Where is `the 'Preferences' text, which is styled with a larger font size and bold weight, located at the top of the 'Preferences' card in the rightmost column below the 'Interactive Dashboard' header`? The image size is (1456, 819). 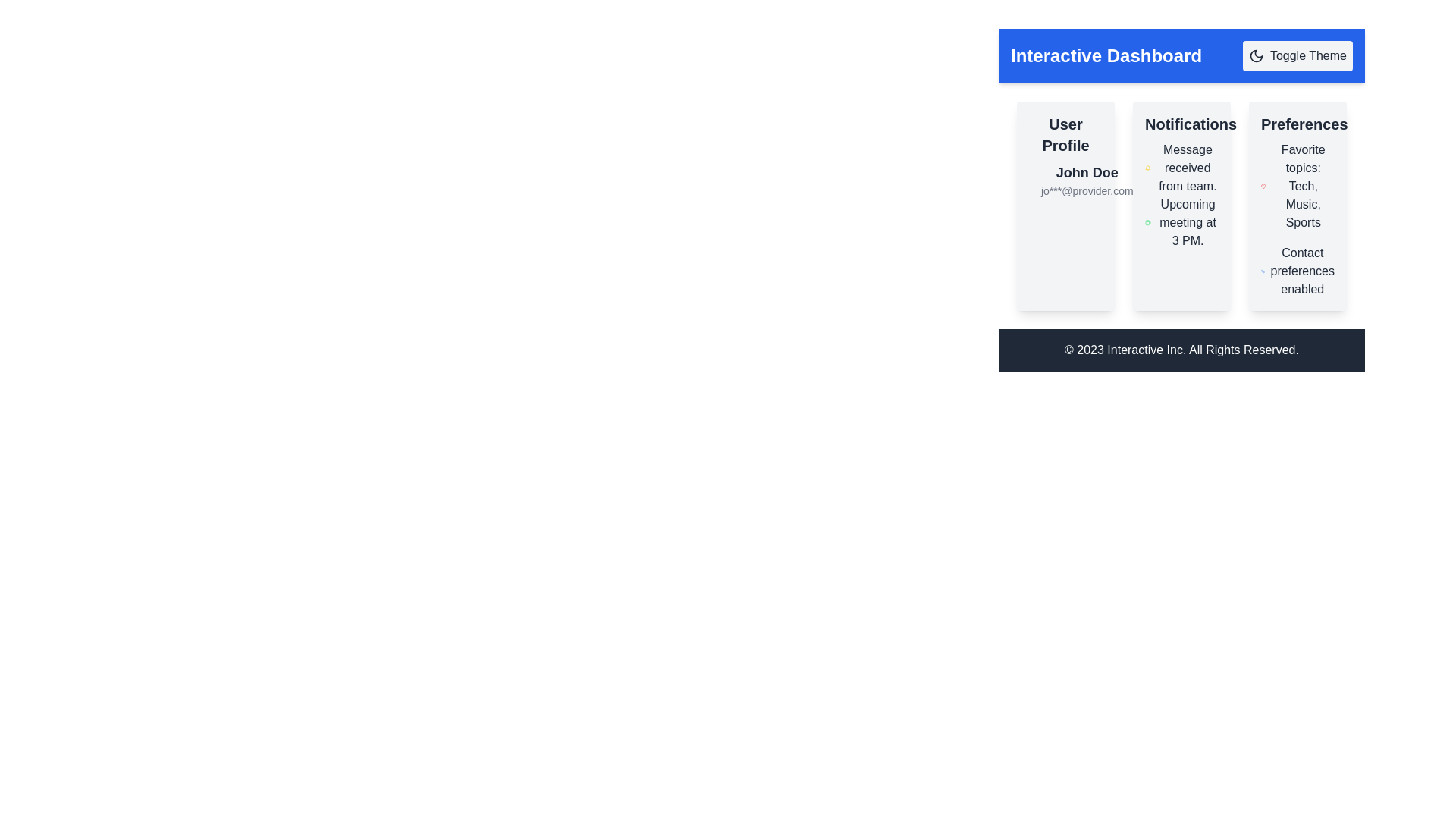 the 'Preferences' text, which is styled with a larger font size and bold weight, located at the top of the 'Preferences' card in the rightmost column below the 'Interactive Dashboard' header is located at coordinates (1297, 124).